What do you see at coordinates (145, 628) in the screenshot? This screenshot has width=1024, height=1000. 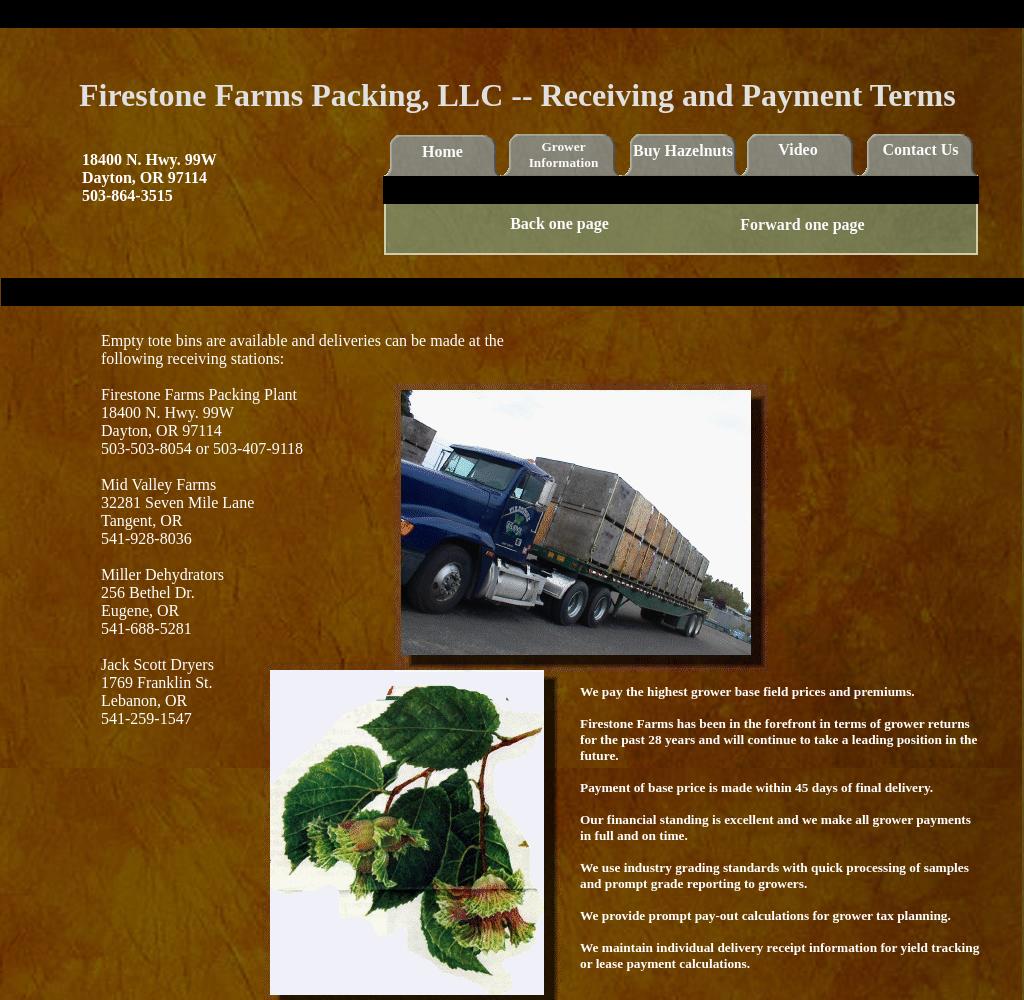 I see `'541-688-5281'` at bounding box center [145, 628].